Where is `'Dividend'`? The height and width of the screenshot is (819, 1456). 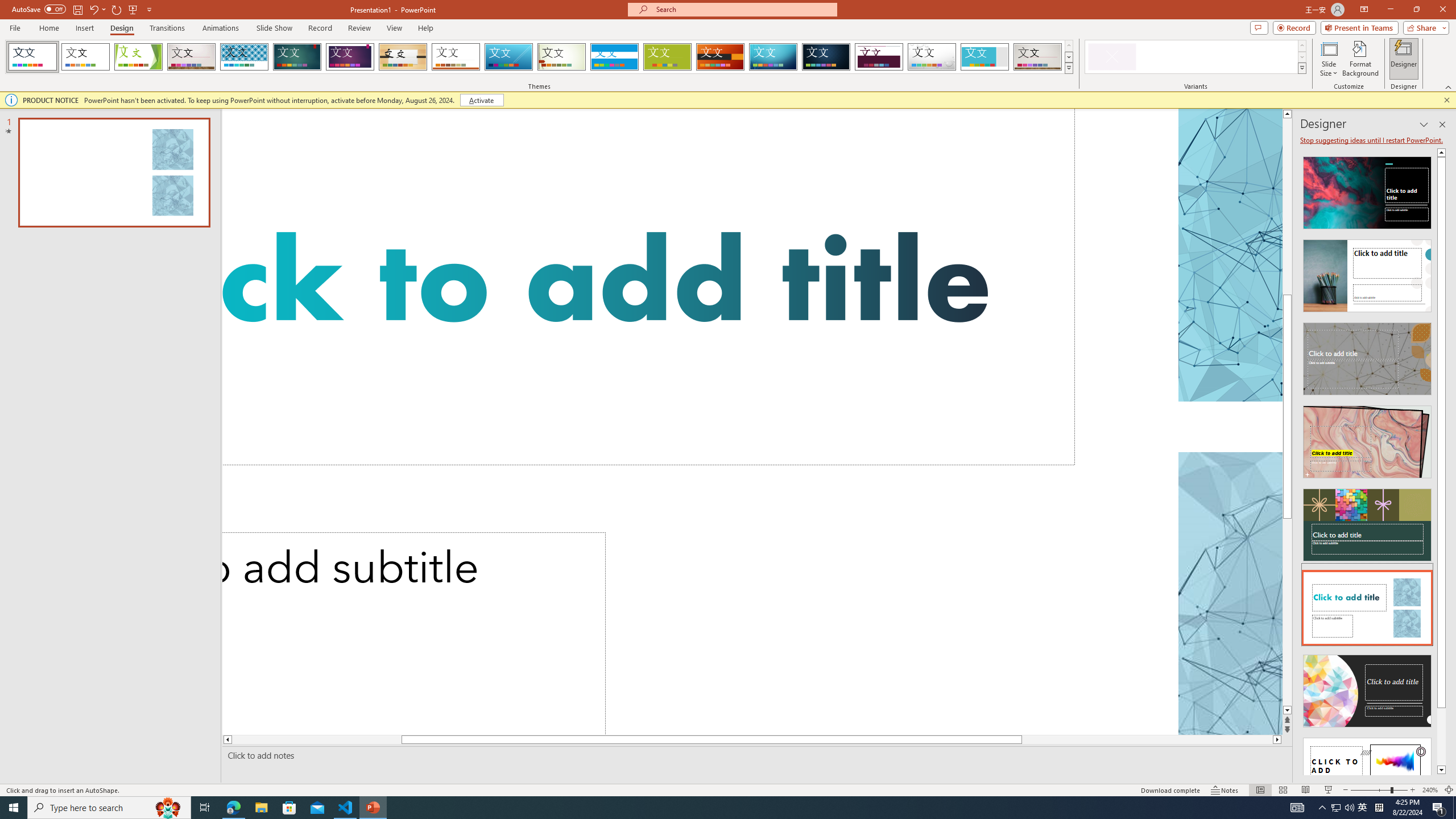
'Dividend' is located at coordinates (879, 56).